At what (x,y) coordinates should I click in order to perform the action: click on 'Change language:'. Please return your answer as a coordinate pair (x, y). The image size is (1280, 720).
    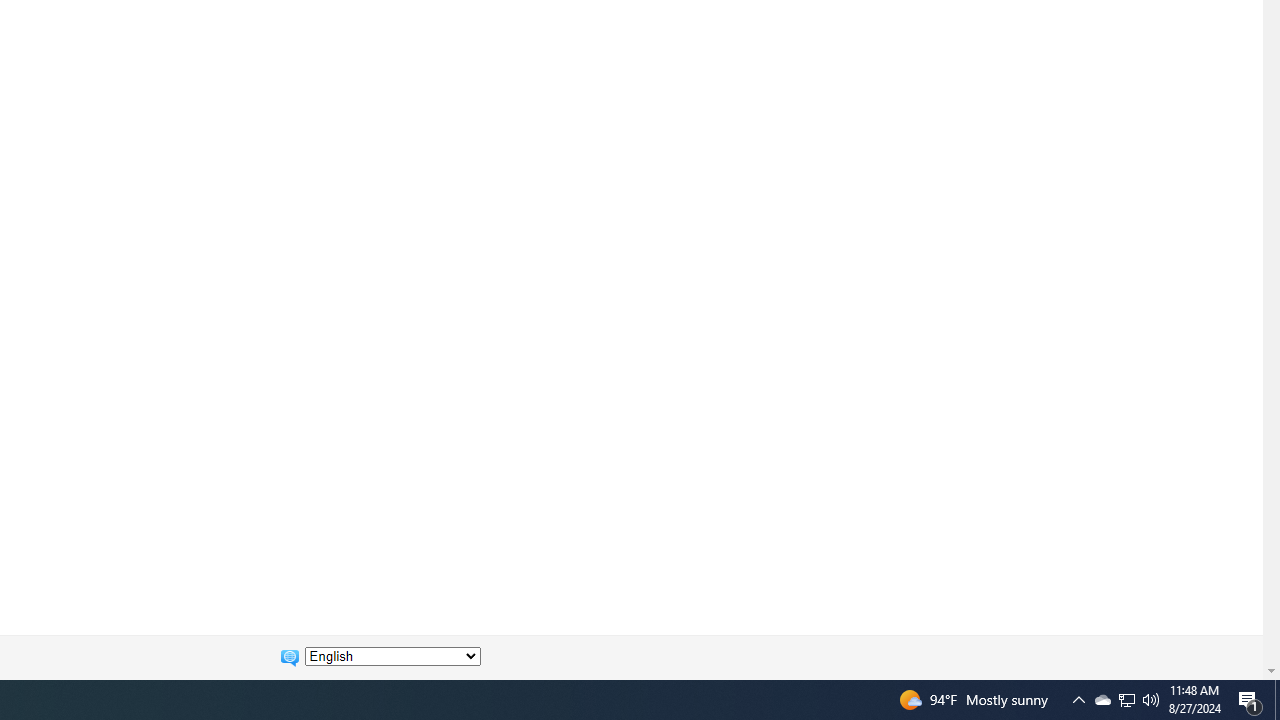
    Looking at the image, I should click on (392, 656).